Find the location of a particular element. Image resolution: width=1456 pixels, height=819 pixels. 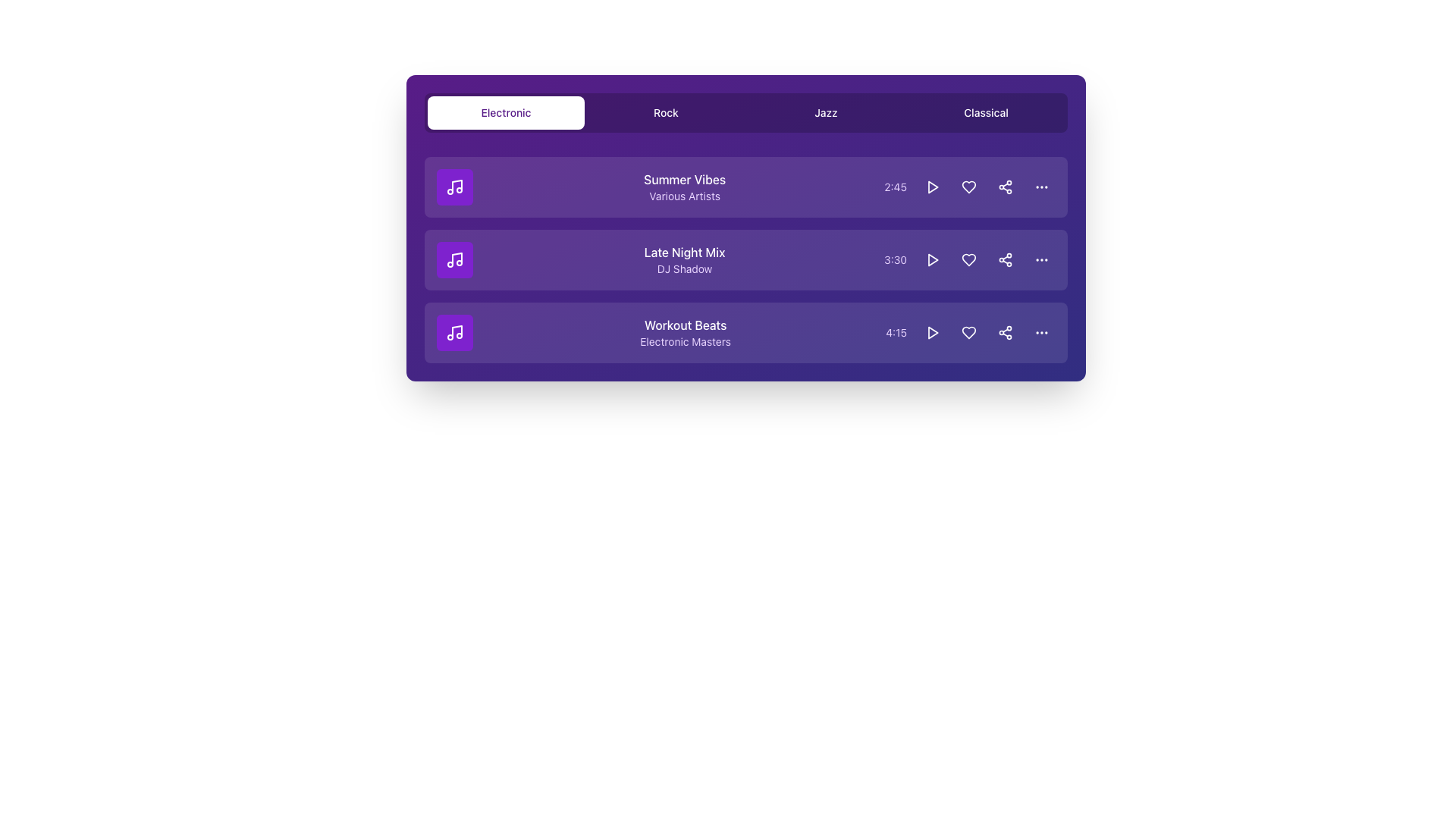

the play button located in the right-most section of the third row within a list of items to initiate playback of the associated media track is located at coordinates (931, 332).